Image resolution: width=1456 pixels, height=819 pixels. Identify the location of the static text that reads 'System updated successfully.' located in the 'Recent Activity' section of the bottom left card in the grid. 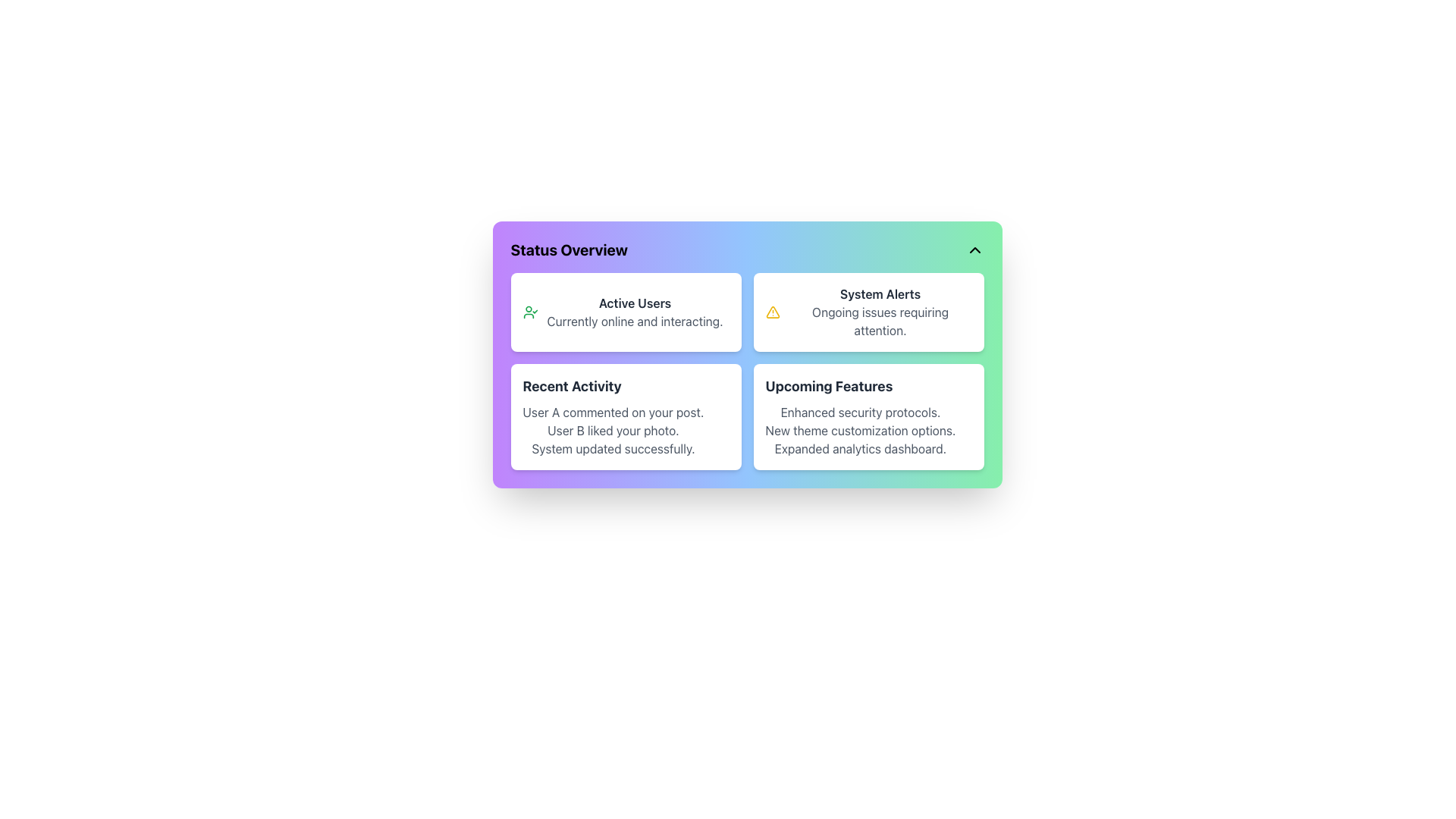
(613, 447).